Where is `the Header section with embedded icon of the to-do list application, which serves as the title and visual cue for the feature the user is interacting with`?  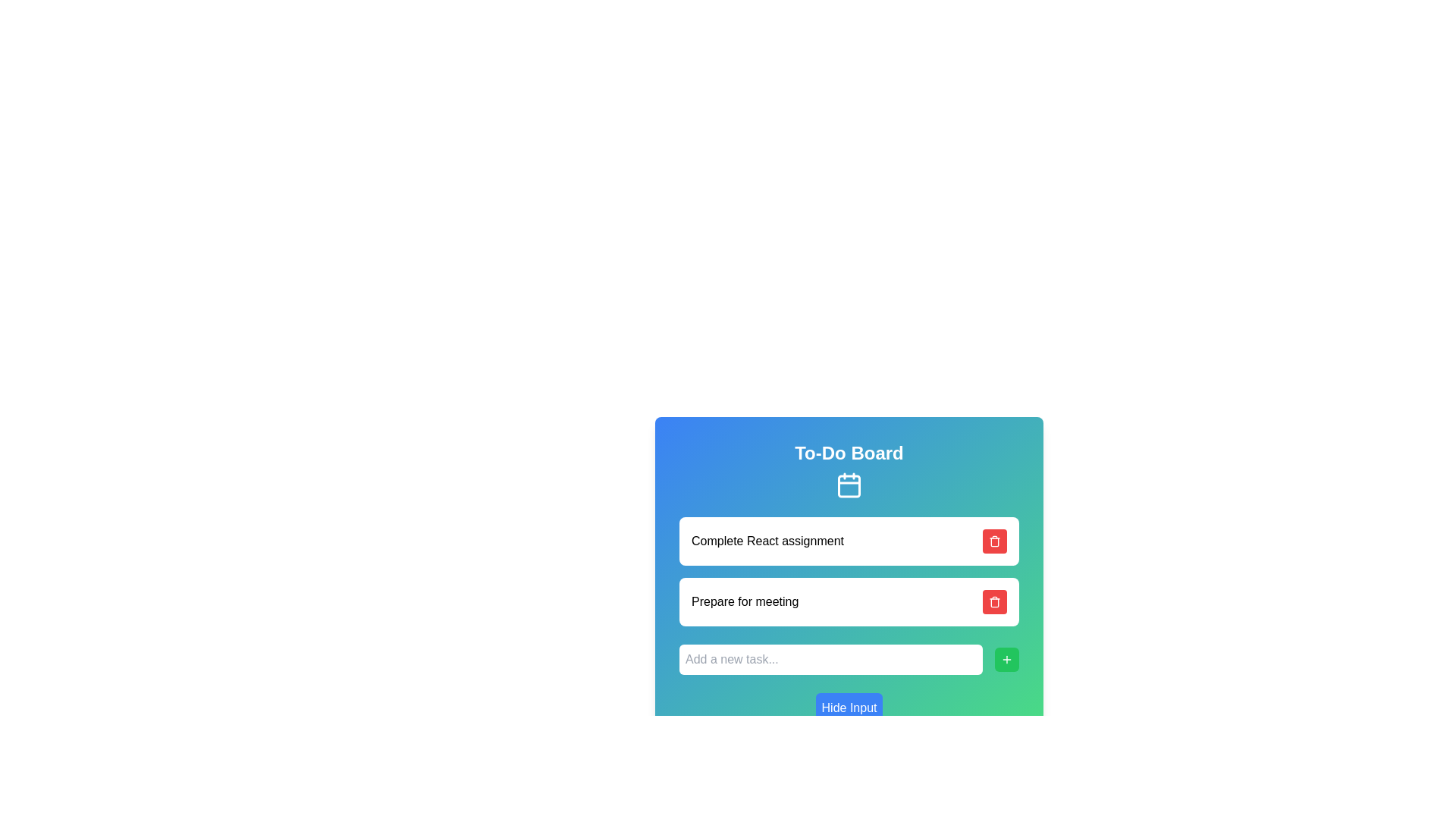
the Header section with embedded icon of the to-do list application, which serves as the title and visual cue for the feature the user is interacting with is located at coordinates (848, 469).